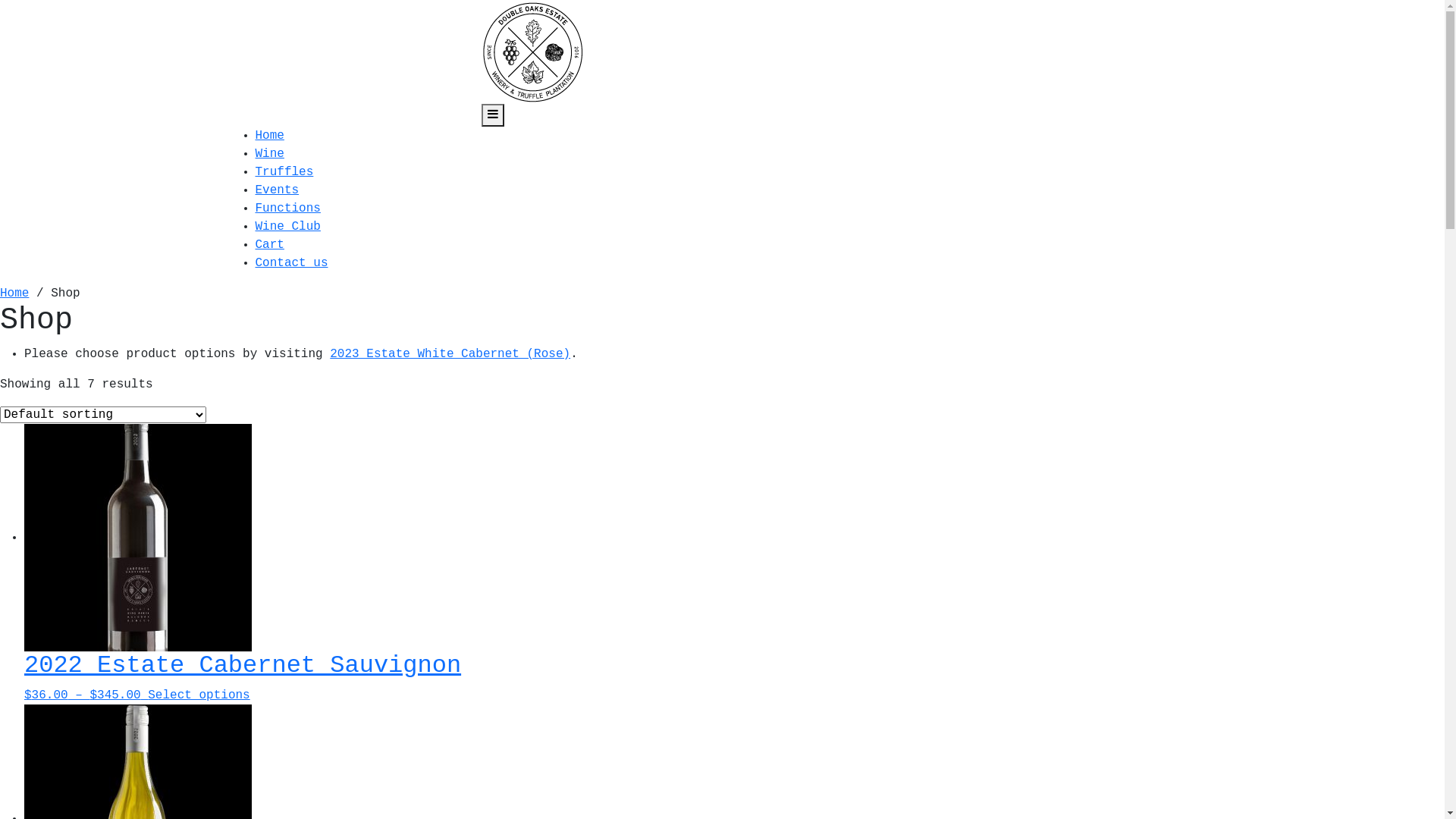  I want to click on 'Wine Club', so click(255, 227).